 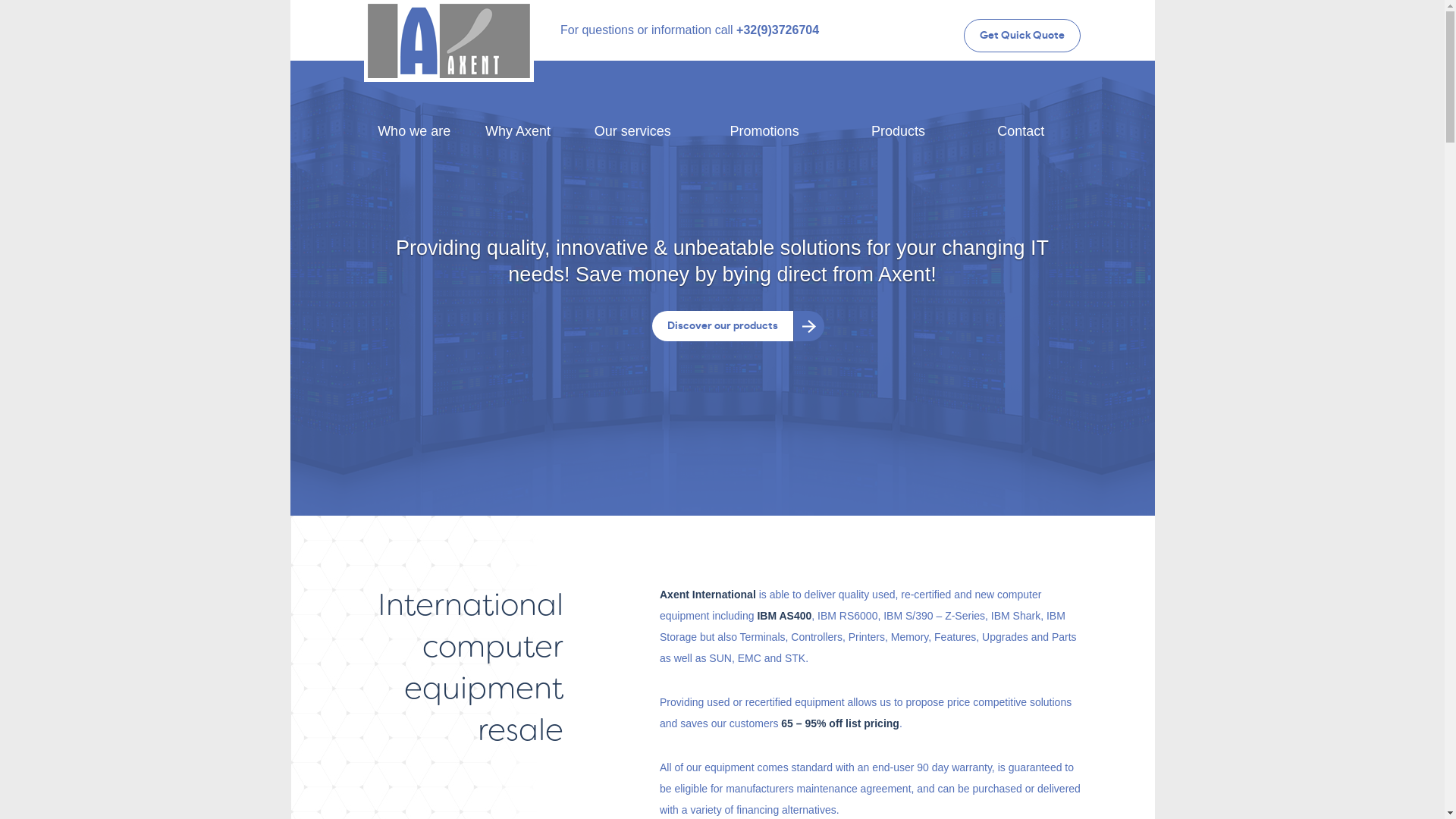 I want to click on 'Discover our products, so click(x=722, y=325).